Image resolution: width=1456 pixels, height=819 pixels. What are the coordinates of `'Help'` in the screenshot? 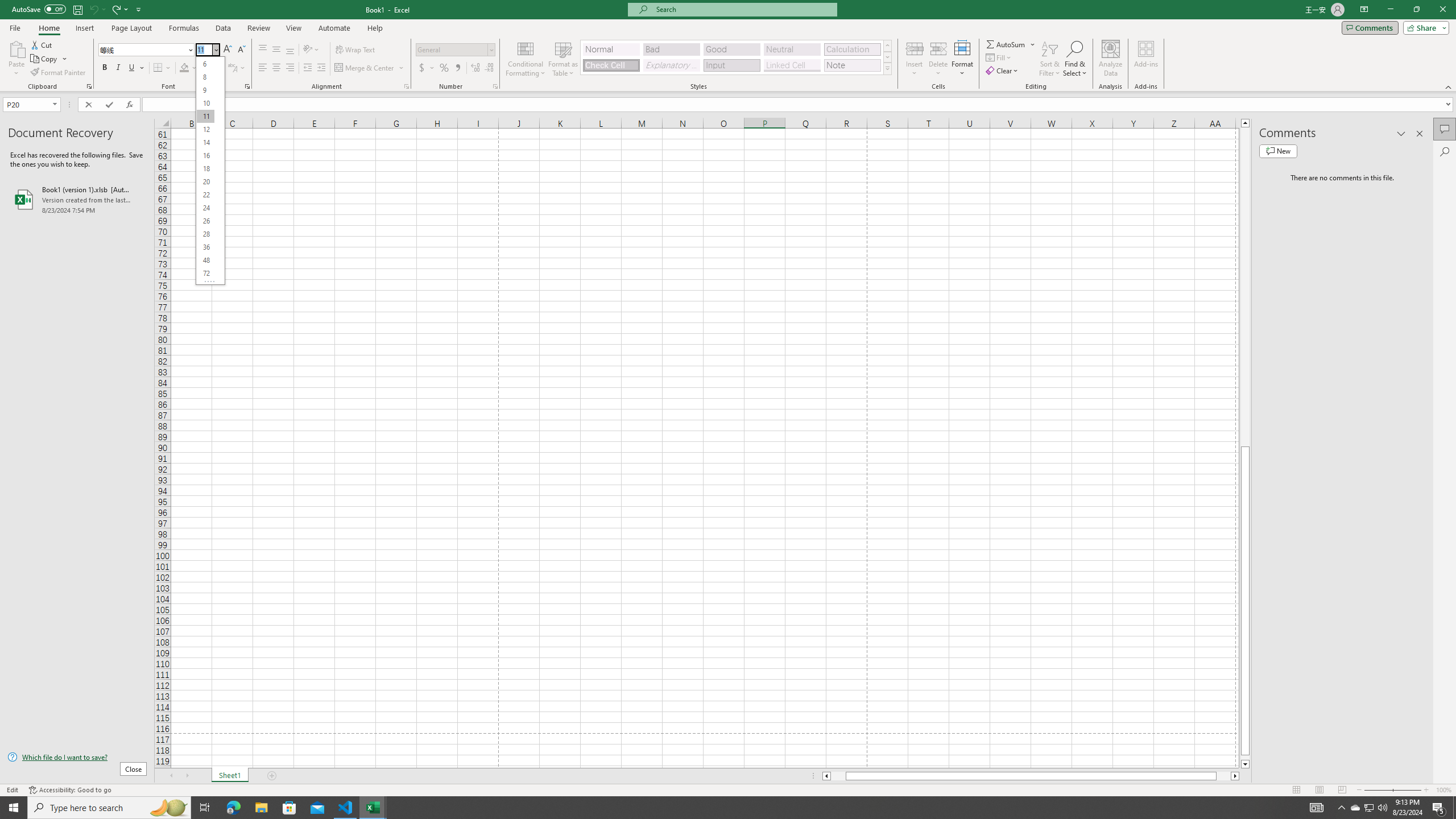 It's located at (375, 28).